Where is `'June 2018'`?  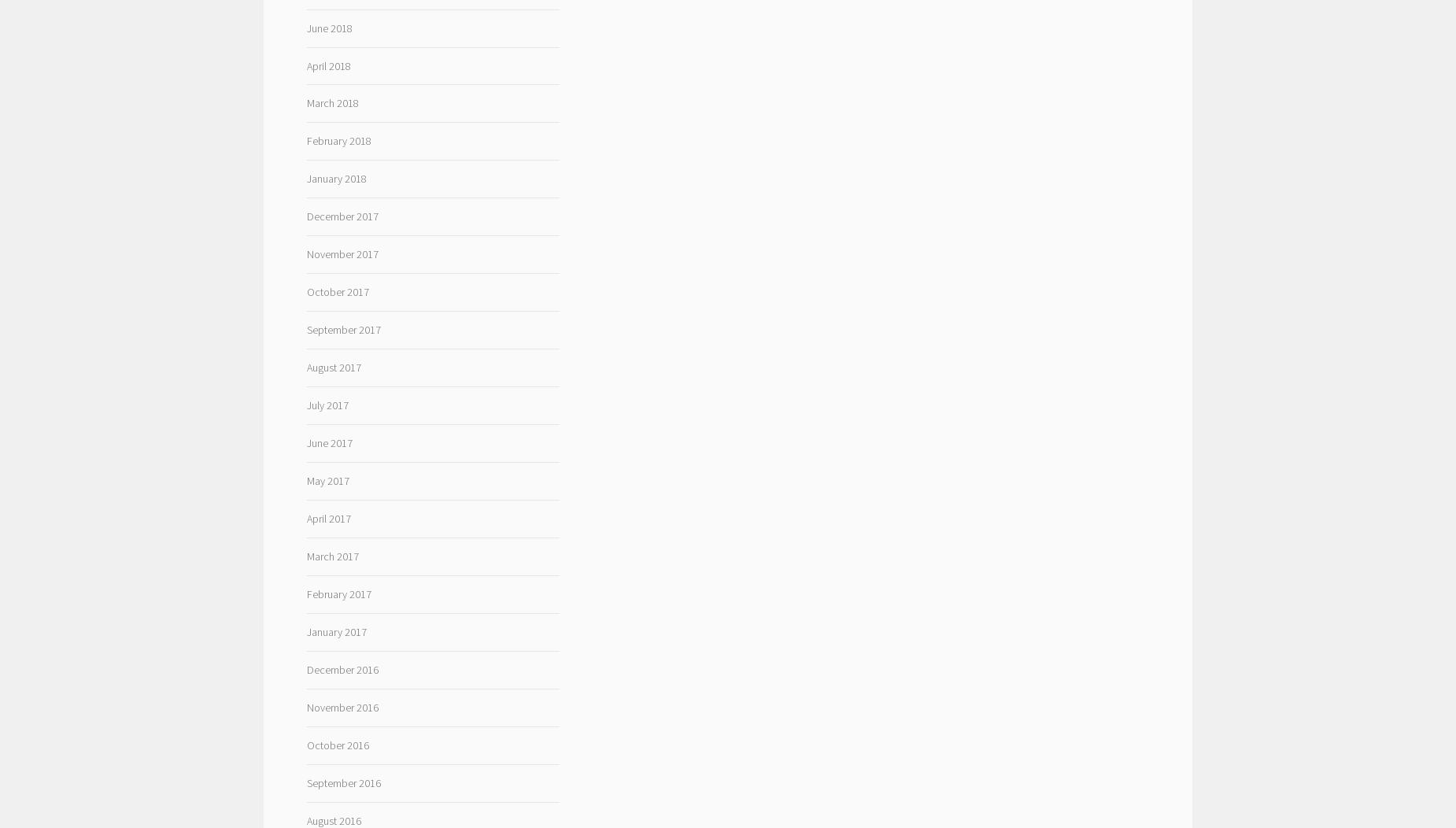
'June 2018' is located at coordinates (327, 28).